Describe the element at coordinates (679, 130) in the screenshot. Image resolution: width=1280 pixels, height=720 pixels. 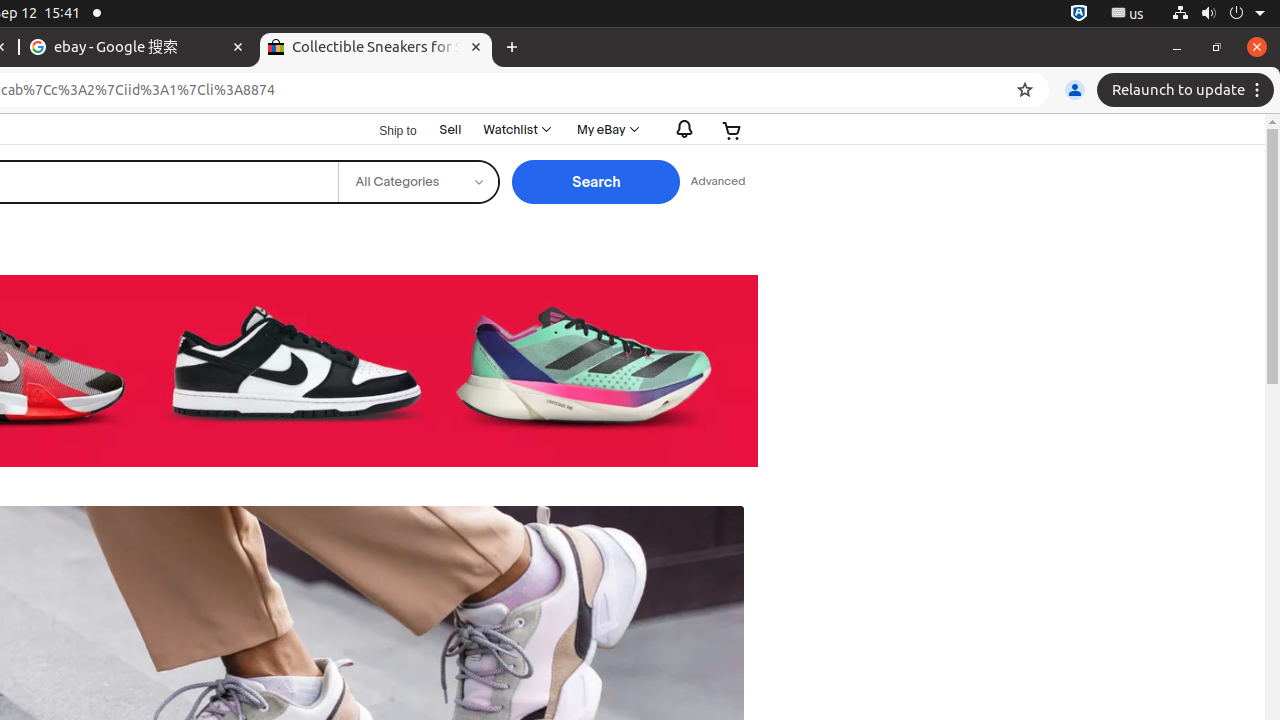
I see `'Notifications'` at that location.